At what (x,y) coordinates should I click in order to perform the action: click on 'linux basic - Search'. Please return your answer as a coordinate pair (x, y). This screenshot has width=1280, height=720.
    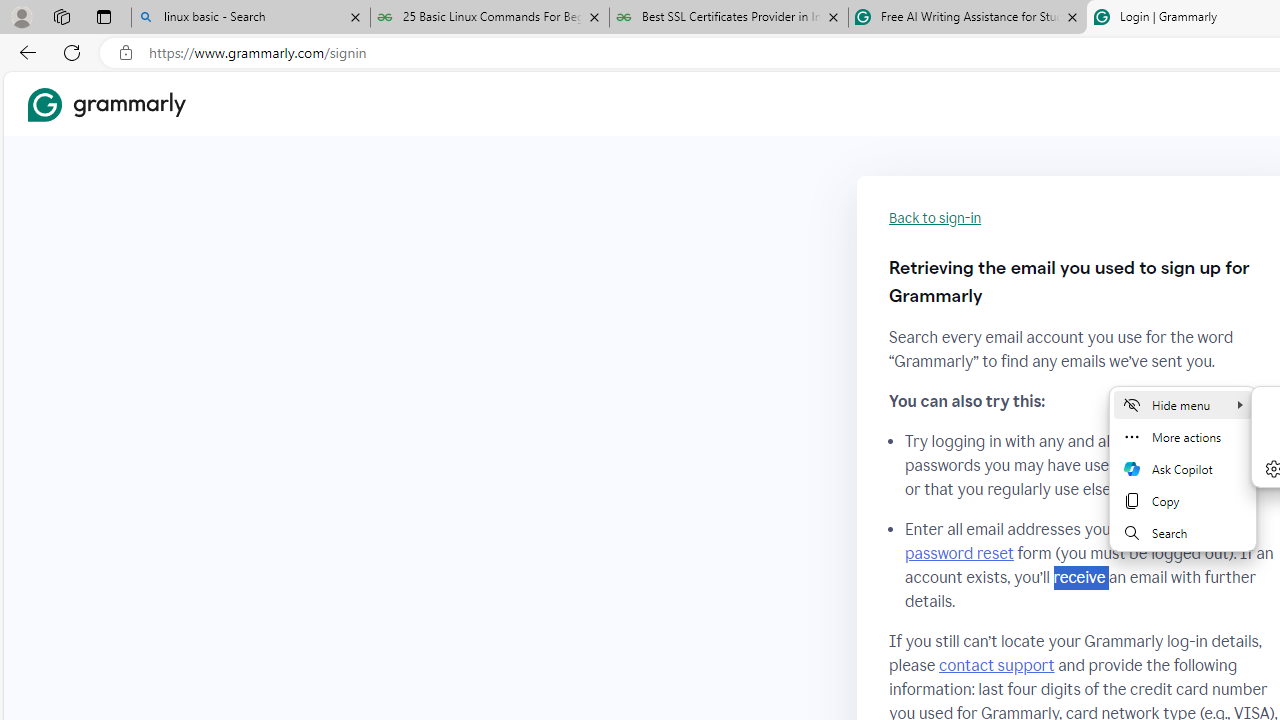
    Looking at the image, I should click on (249, 17).